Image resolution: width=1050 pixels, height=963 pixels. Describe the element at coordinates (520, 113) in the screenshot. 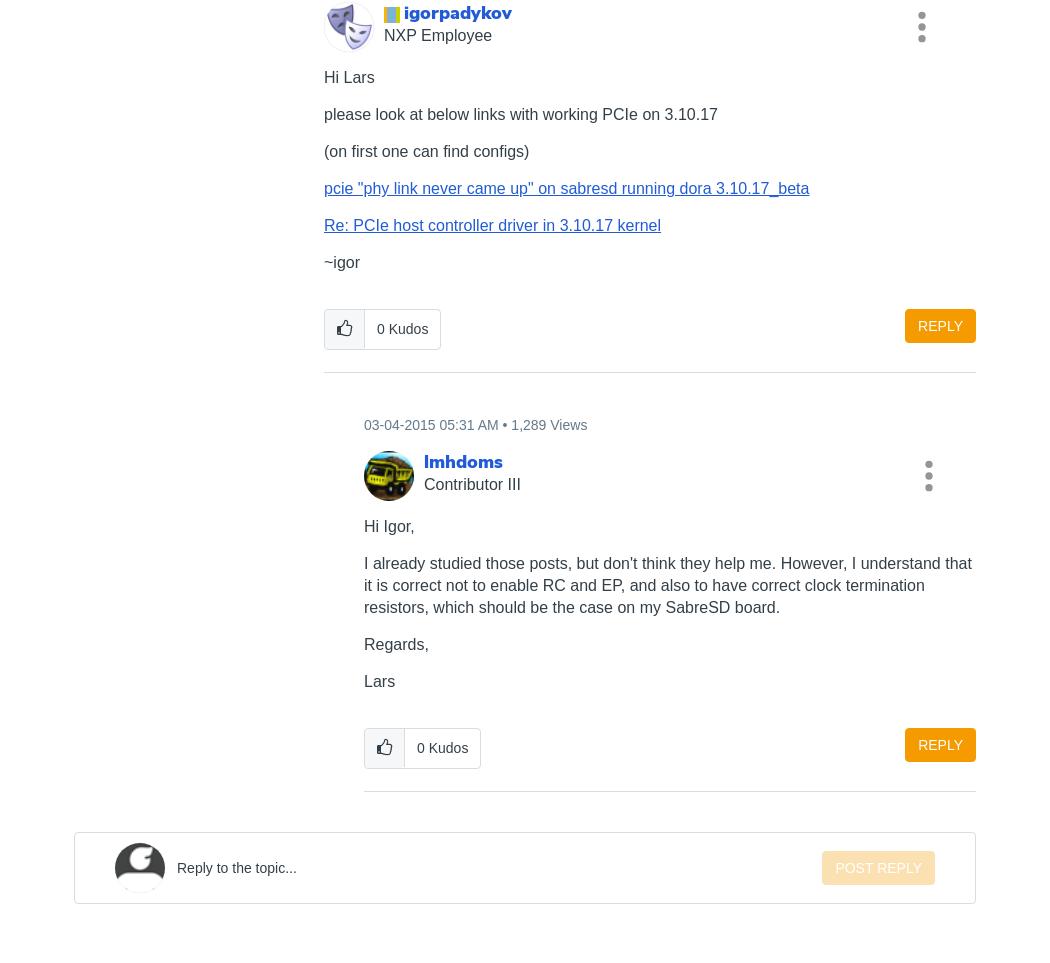

I see `'please look at below links with working PCIe on 3.10.17'` at that location.